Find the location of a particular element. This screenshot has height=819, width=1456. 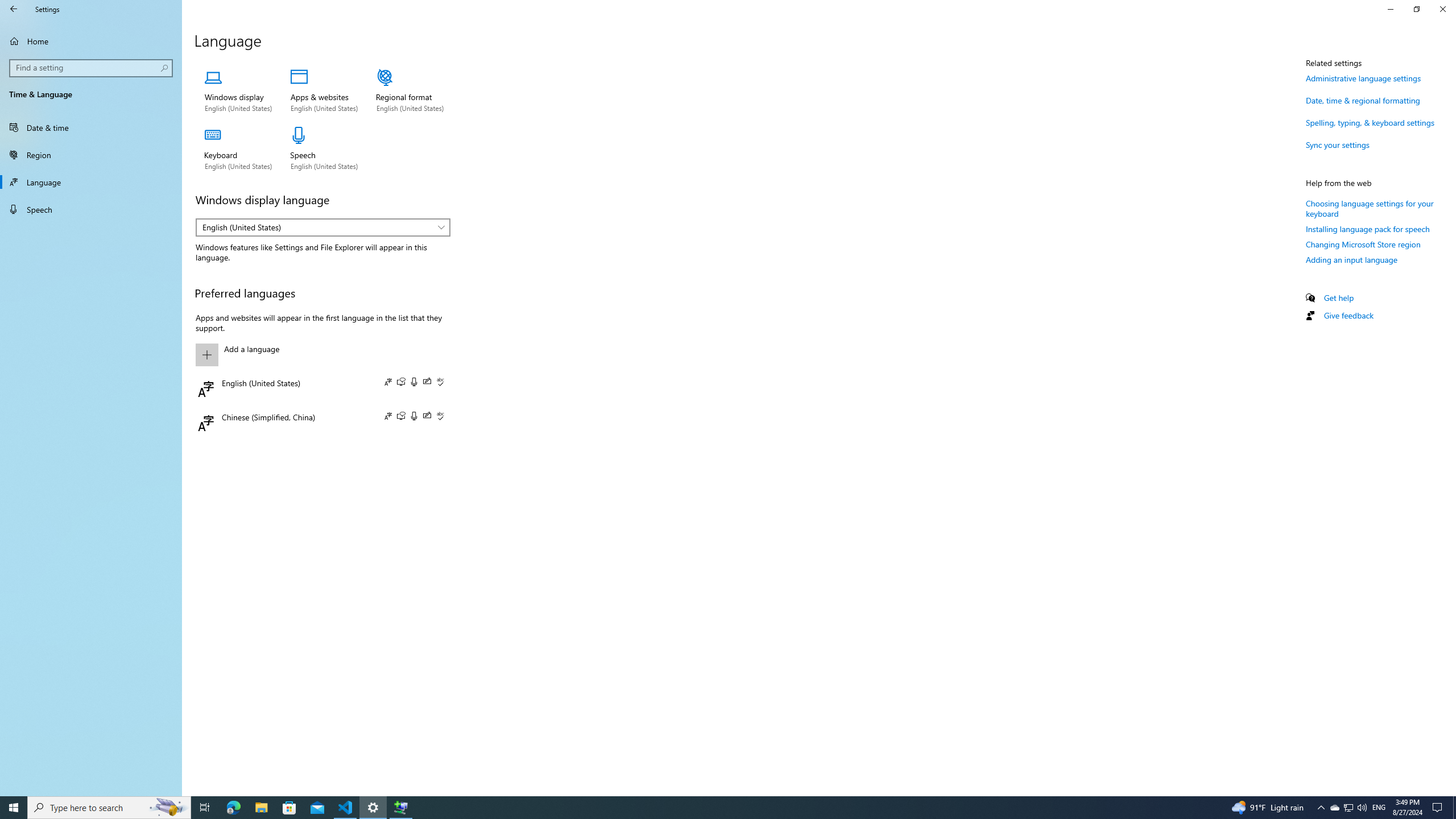

'Choosing language settings for your keyboard' is located at coordinates (1370, 207).